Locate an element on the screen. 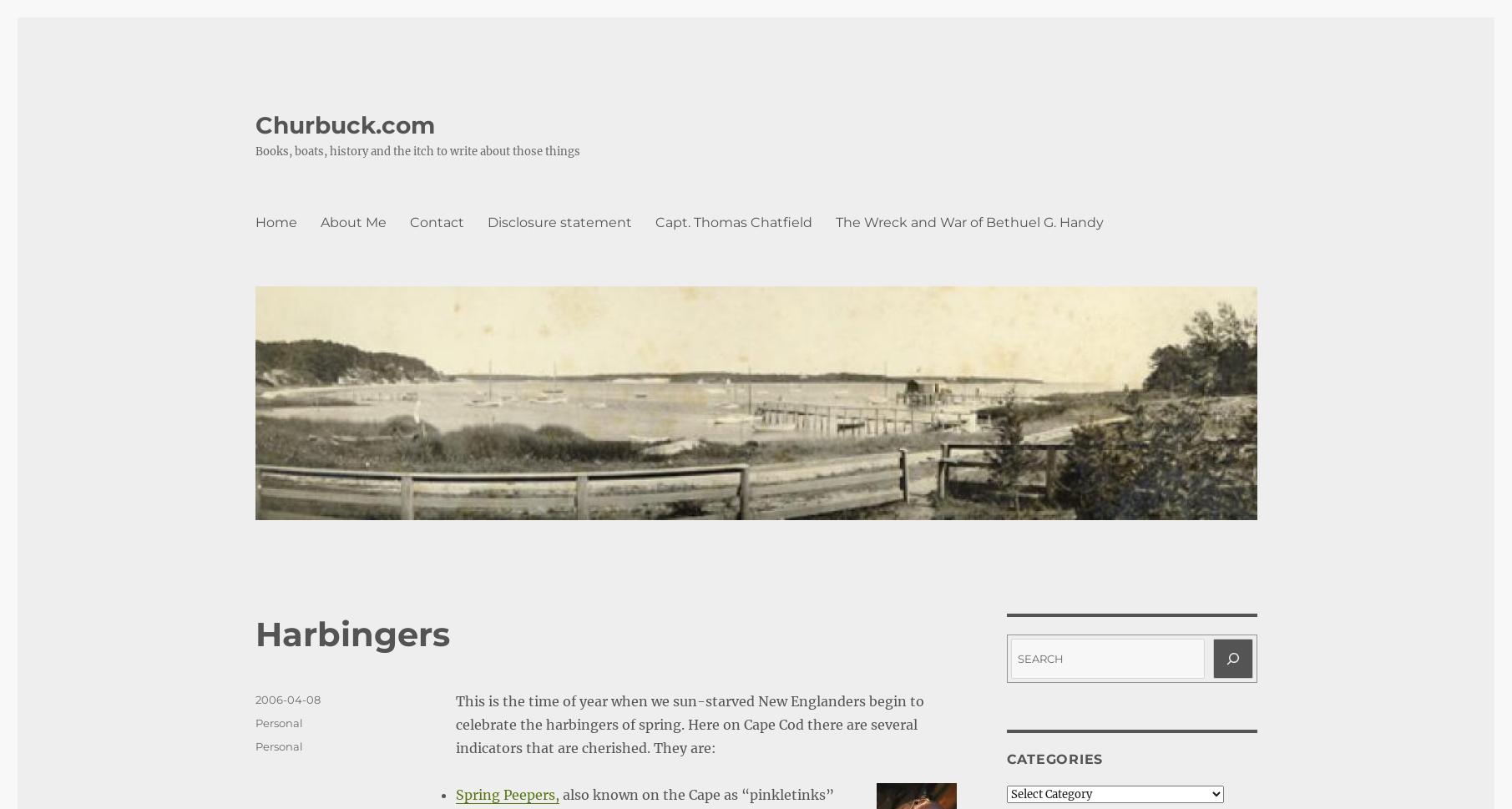  'The Wreck and War of Bethuel G. Handy' is located at coordinates (968, 221).